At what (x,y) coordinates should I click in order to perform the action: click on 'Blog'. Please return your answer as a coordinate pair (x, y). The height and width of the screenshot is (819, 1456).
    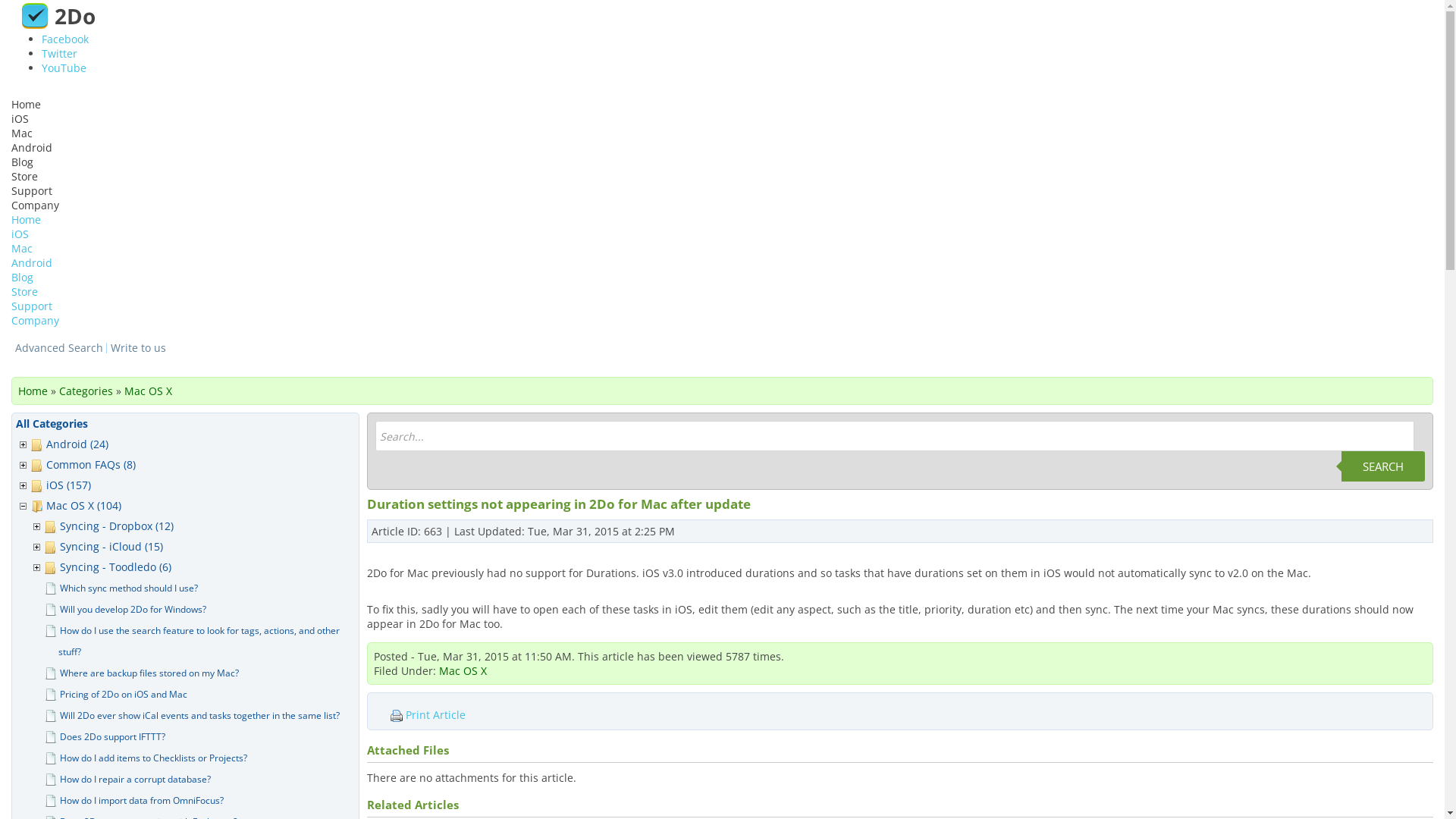
    Looking at the image, I should click on (22, 277).